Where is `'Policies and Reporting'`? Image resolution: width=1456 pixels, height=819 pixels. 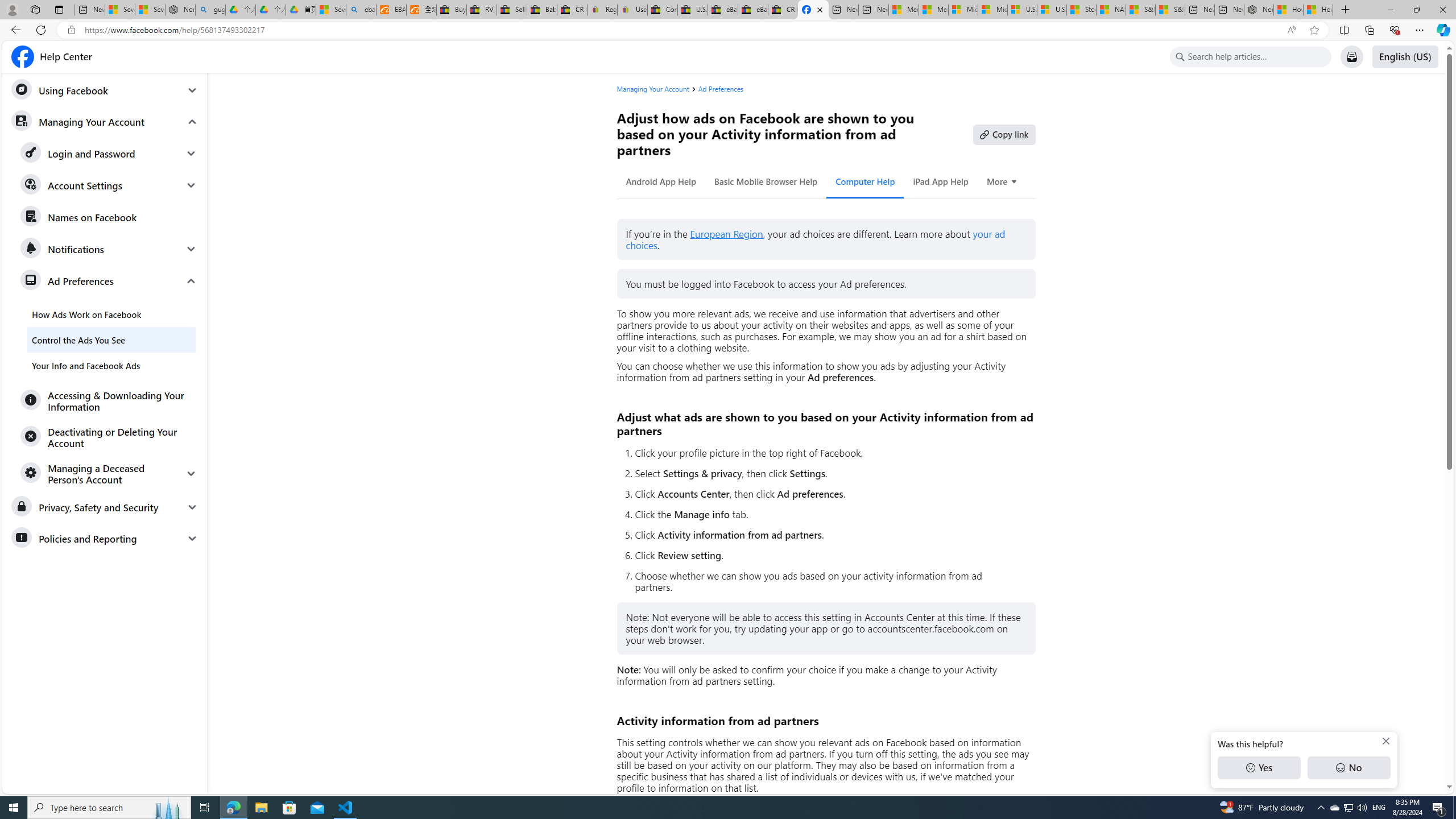 'Policies and Reporting' is located at coordinates (104, 537).